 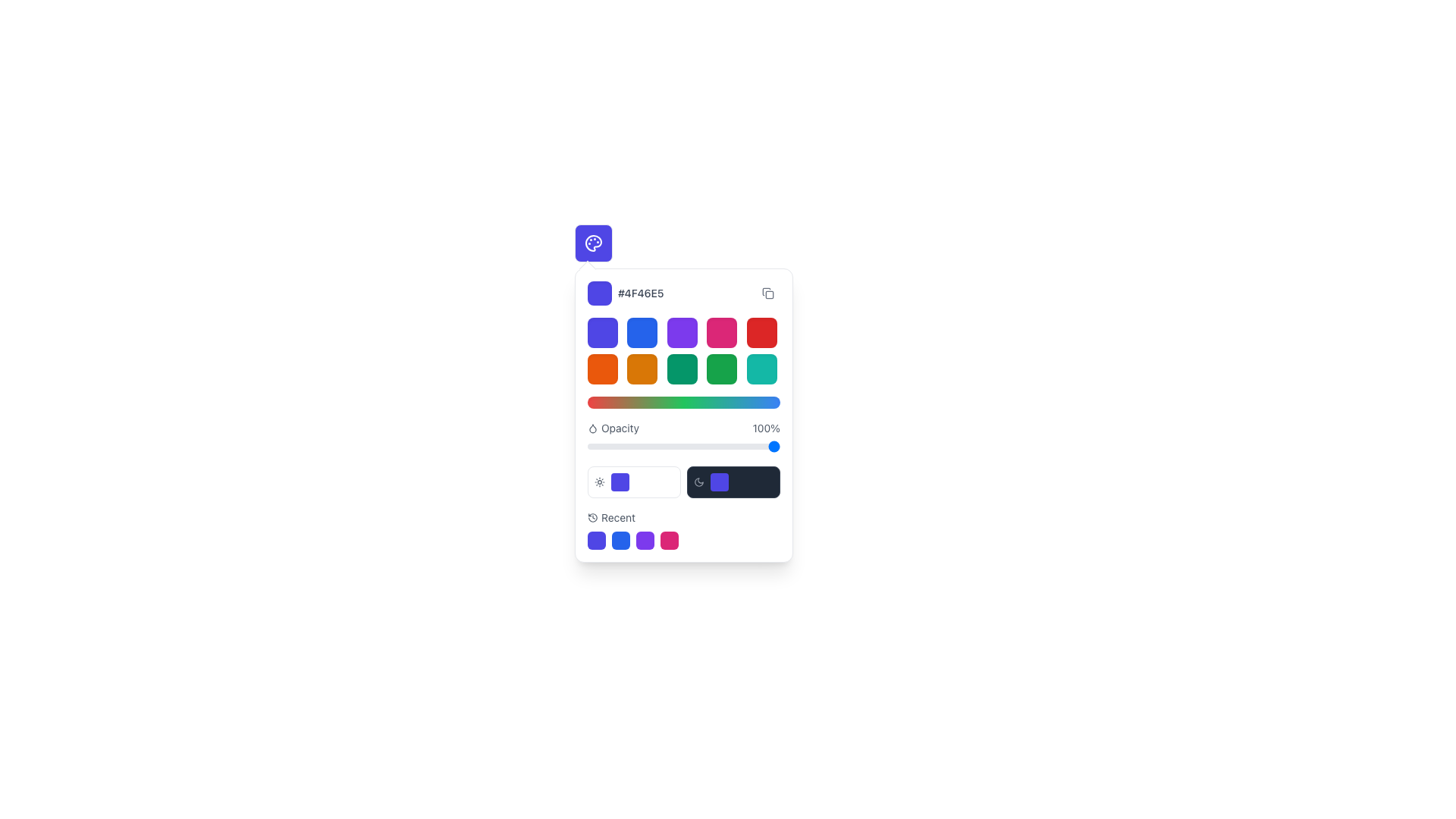 What do you see at coordinates (767, 293) in the screenshot?
I see `the gray square button with rounded corners that resembles a stack of papers, located at the top-right area of a floating panel` at bounding box center [767, 293].